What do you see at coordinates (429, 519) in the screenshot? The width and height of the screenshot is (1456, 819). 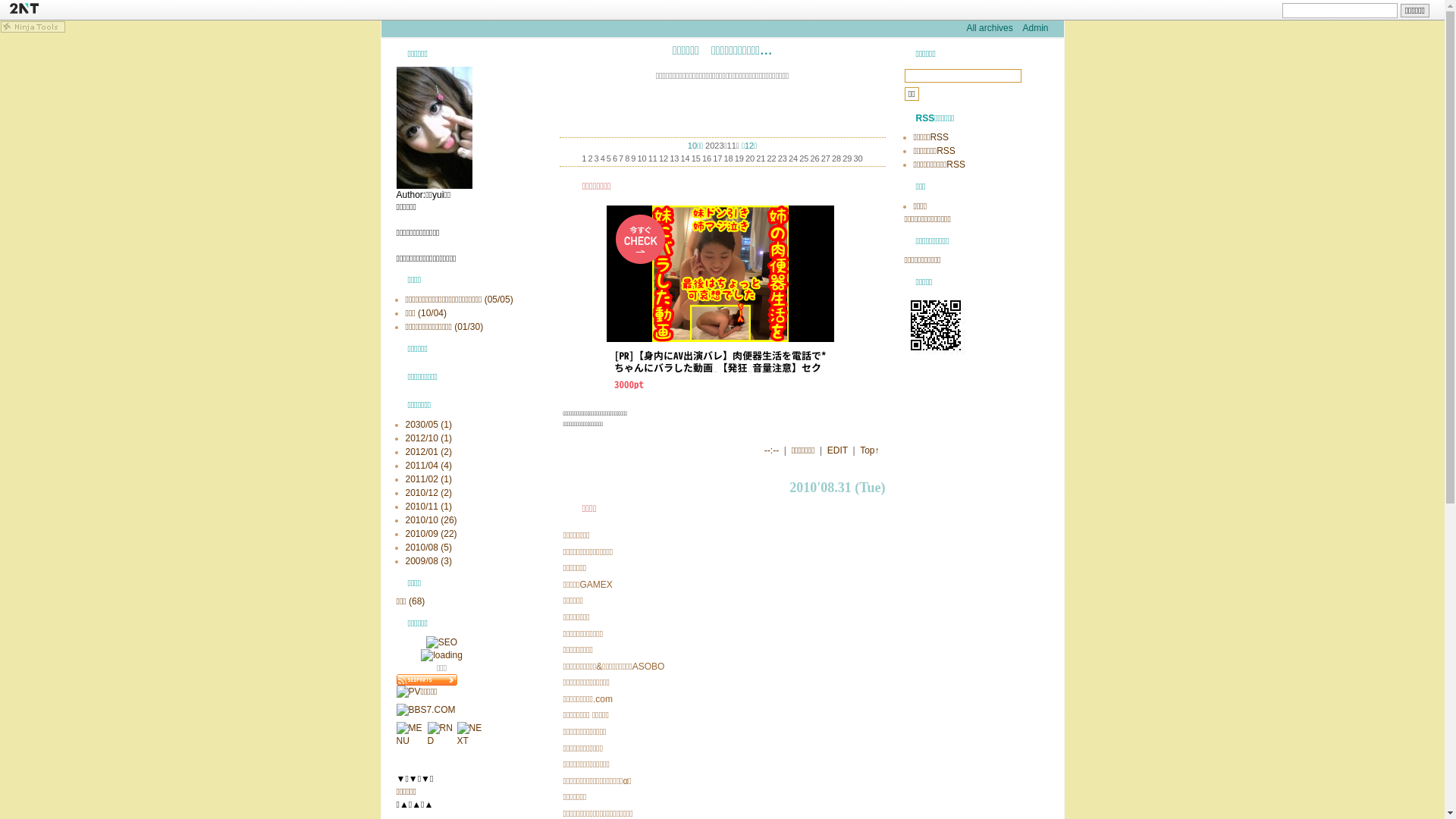 I see `'2010/10 (26)'` at bounding box center [429, 519].